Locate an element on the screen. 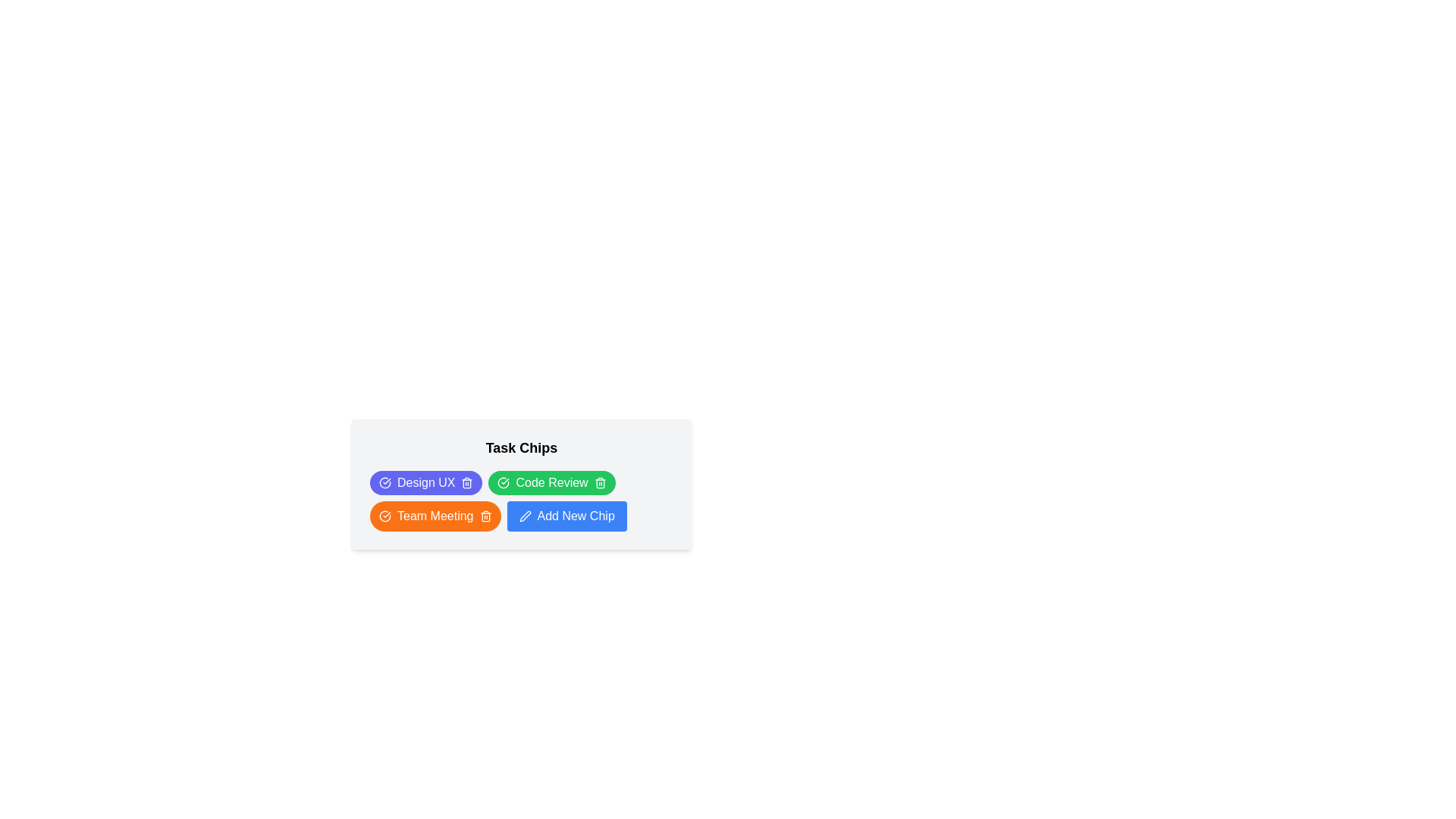 This screenshot has height=819, width=1456. text content of the label representing the 'Design UX' task within the badge located in the first row of the task chips section, second from the left is located at coordinates (425, 482).